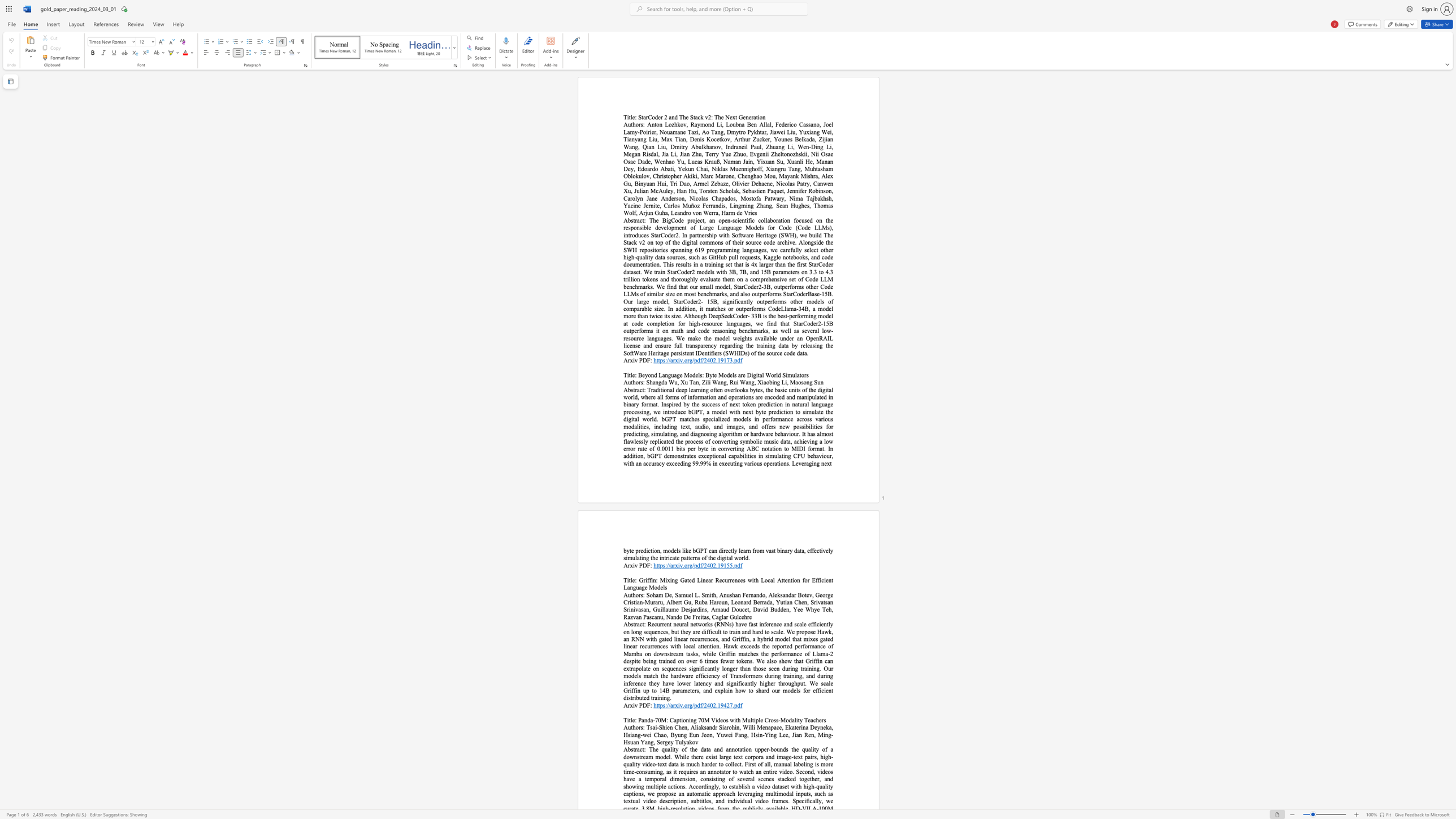  I want to click on the subset text "kov, Raymond Li, Loubna Ben Allal, Federico Cassano, Joel Lamy-Poirier, Nouamane Tazi, Ao Tang, Dmytro Pykhtar, Jiawei Liu, Yuxiang Wei, Tianyang Liu, Max Tian, Denis Kocetkov, Arthur Zucker, Younes Belkada, Zijian Wang, Qian Liu, Dmitry Abulkhanov, Indraneil Paul, Zhuang Li, Wen-Ding Li, Megan Risdal, Jia Li, Jian Zhu, Terry Yue Zhuo, Evgenii Zheltonozhskii, Nii Osae Osae Dade, Wenhao Yu, Lucas Krauß, Naman Jain, Yixuan Su, Xuanli He, Manan Dey, Edoardo Abati, Yekun Chai, Niklas Muennighoff, Xiangru Tang, Muhtasham Oblokulov, Christopher" within the text "Anton Lozhkov, Raymond Li, Loubna Ben Allal, Federico Cassano, Joel Lamy-Poirier, Nouamane Tazi, Ao Tang, Dmytro Pykhtar, Jiawei Liu, Yuxiang Wei, Tianyang Liu, Max Tian, Denis Kocetkov, Arthur Zucker, Younes Belkada, Zijian Wang, Qian Liu, Dmitry Abulkhanov, Indraneil Paul, Zhuang Li, Wen-Ding Li, Megan Risdal, Jia Li, Jian Zhu, Terry Yue Zhuo, Evgenii Zheltonozhskii, Nii Osae Osae Dade, Wenhao Yu, Lucas Krauß, Naman Jain, Yixuan Su, Xuanli He, Manan Dey, Edoardo Abati, Yekun Chai, Niklas Muennighoff, Xiangru Tang, Muhtasham Oblokulov, Christopher Akiki, Marc Marone, Chenghao Mou, Mayank Mishra, Alex Gu, Binyuan Hui, Tri Dao, Armel Zebaze, Olivier Dehaene, Nicolas Patry, Canwen Xu, Julian McAuley, Han Hu, Torsten Scholak, Sebastien Paquet, Jennifer Robinson, Carolyn Jane Anderson, Nicolas Chapados, Mostofa Patwary, Nima Tajbakhsh, Yacine Jernite, Carlos Muñoz Ferrandis, Lingming Zhang, Sean Hughes, Thomas Wolf, Arjun Guha, Leandro von Werra, Harm de Vries", so click(677, 124).